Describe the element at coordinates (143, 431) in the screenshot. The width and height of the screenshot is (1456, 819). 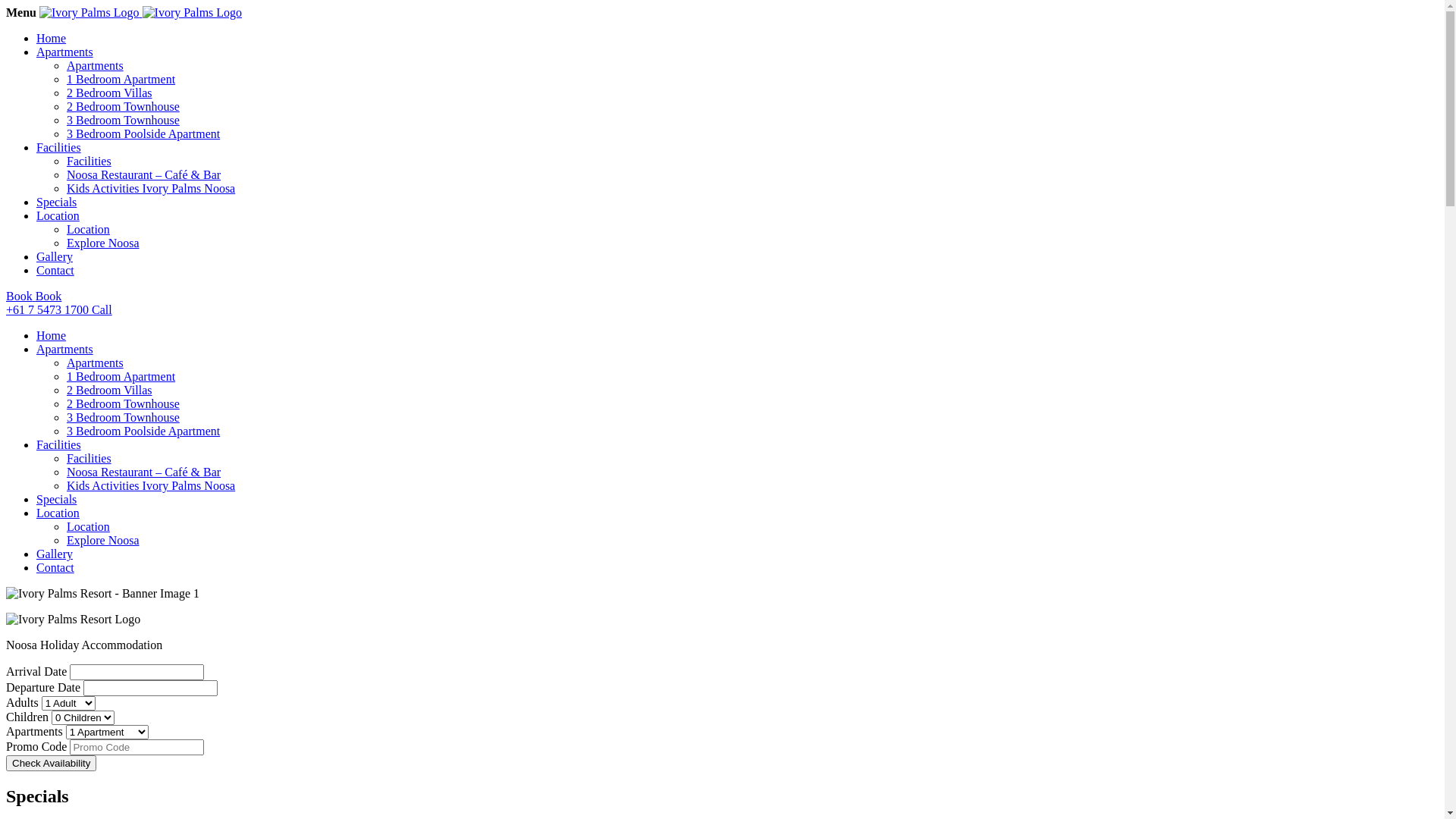
I see `'3 Bedroom Poolside Apartment'` at that location.